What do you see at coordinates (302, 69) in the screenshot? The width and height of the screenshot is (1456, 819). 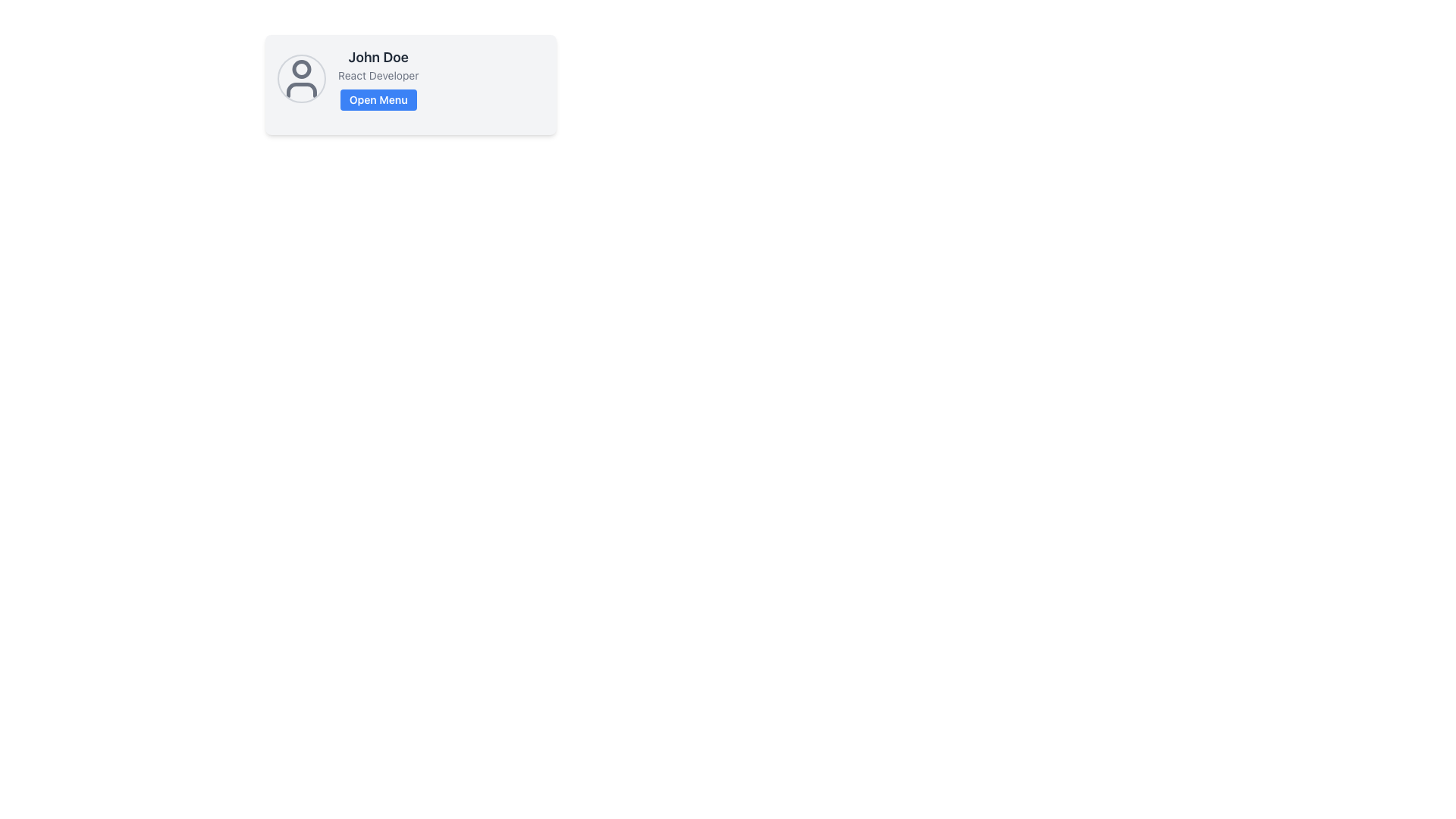 I see `the decorative circle in the user profile icon located in the top central region of the icon, which is part of the user card widget` at bounding box center [302, 69].